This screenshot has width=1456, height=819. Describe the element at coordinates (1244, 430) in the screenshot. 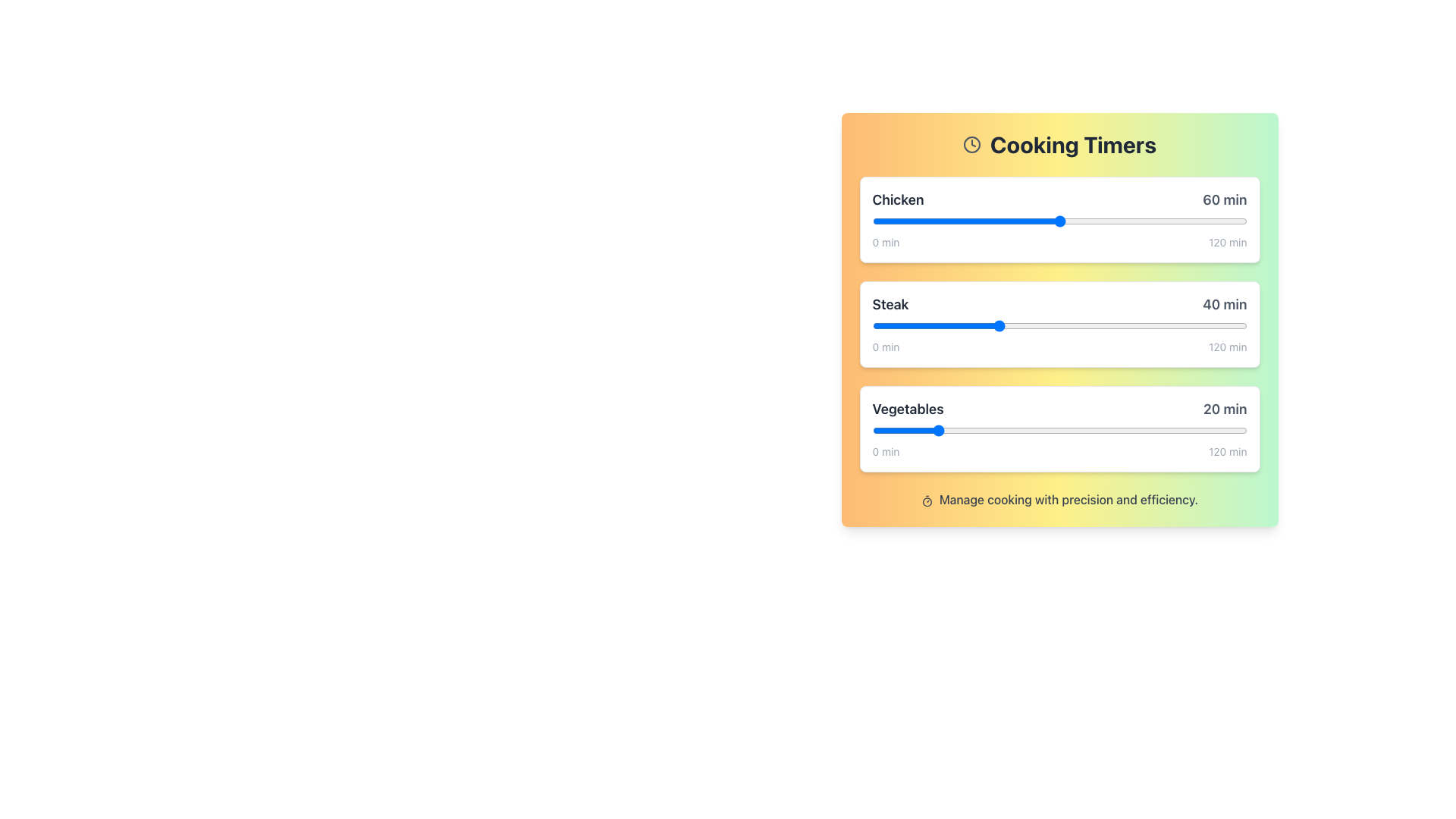

I see `the timer for vegetables` at that location.